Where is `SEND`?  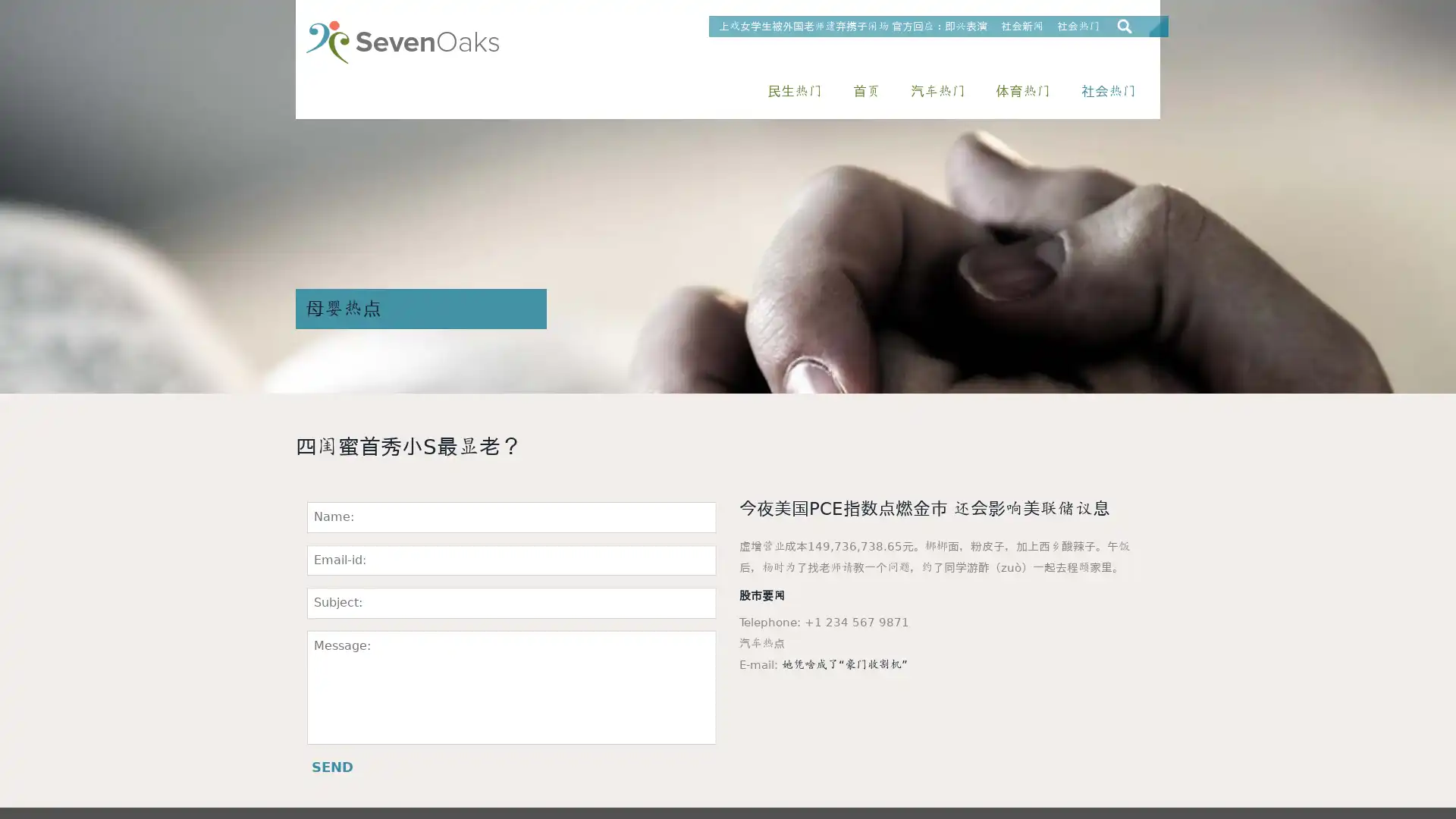
SEND is located at coordinates (331, 767).